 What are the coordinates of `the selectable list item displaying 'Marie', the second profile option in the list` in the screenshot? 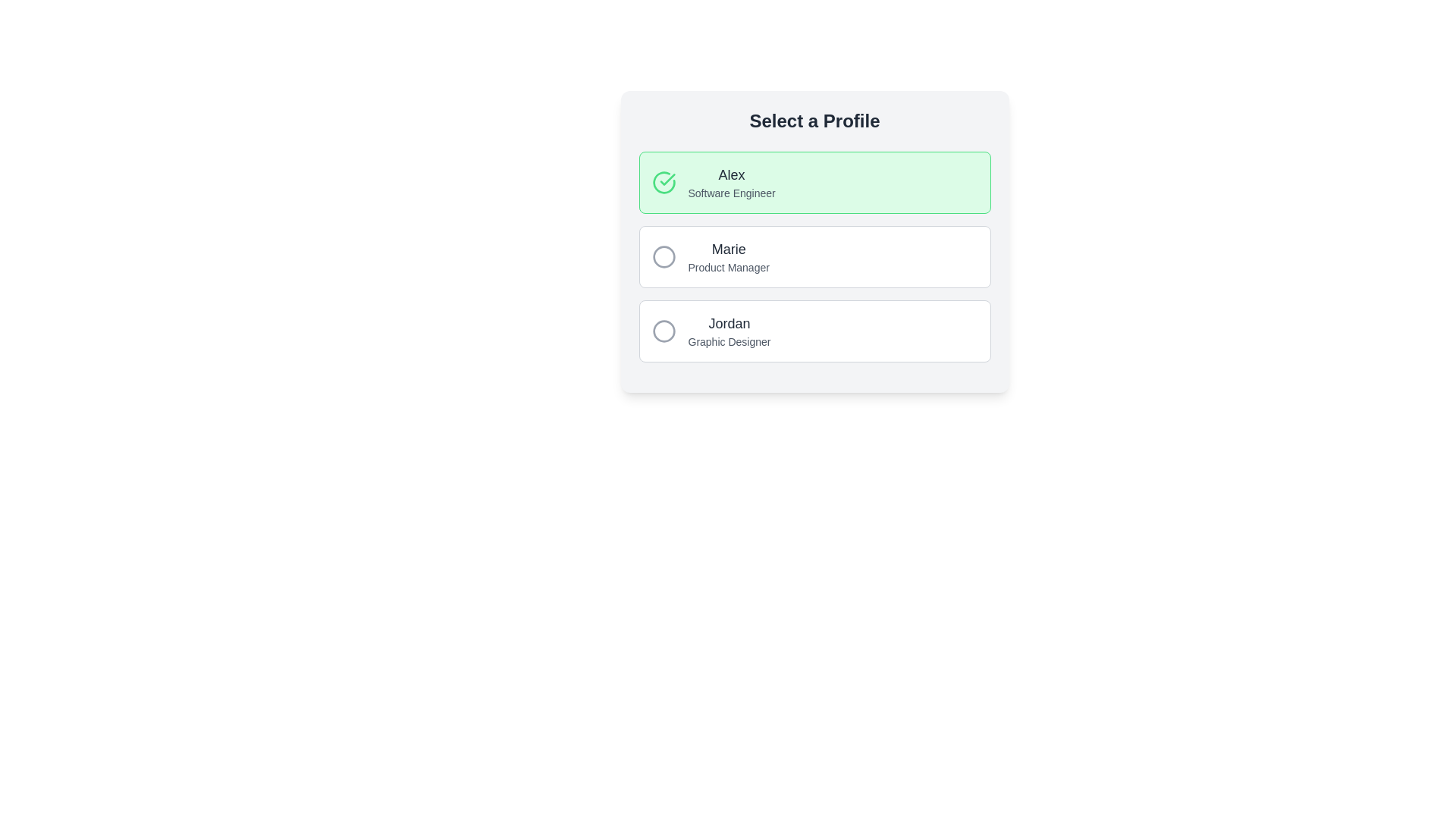 It's located at (814, 256).